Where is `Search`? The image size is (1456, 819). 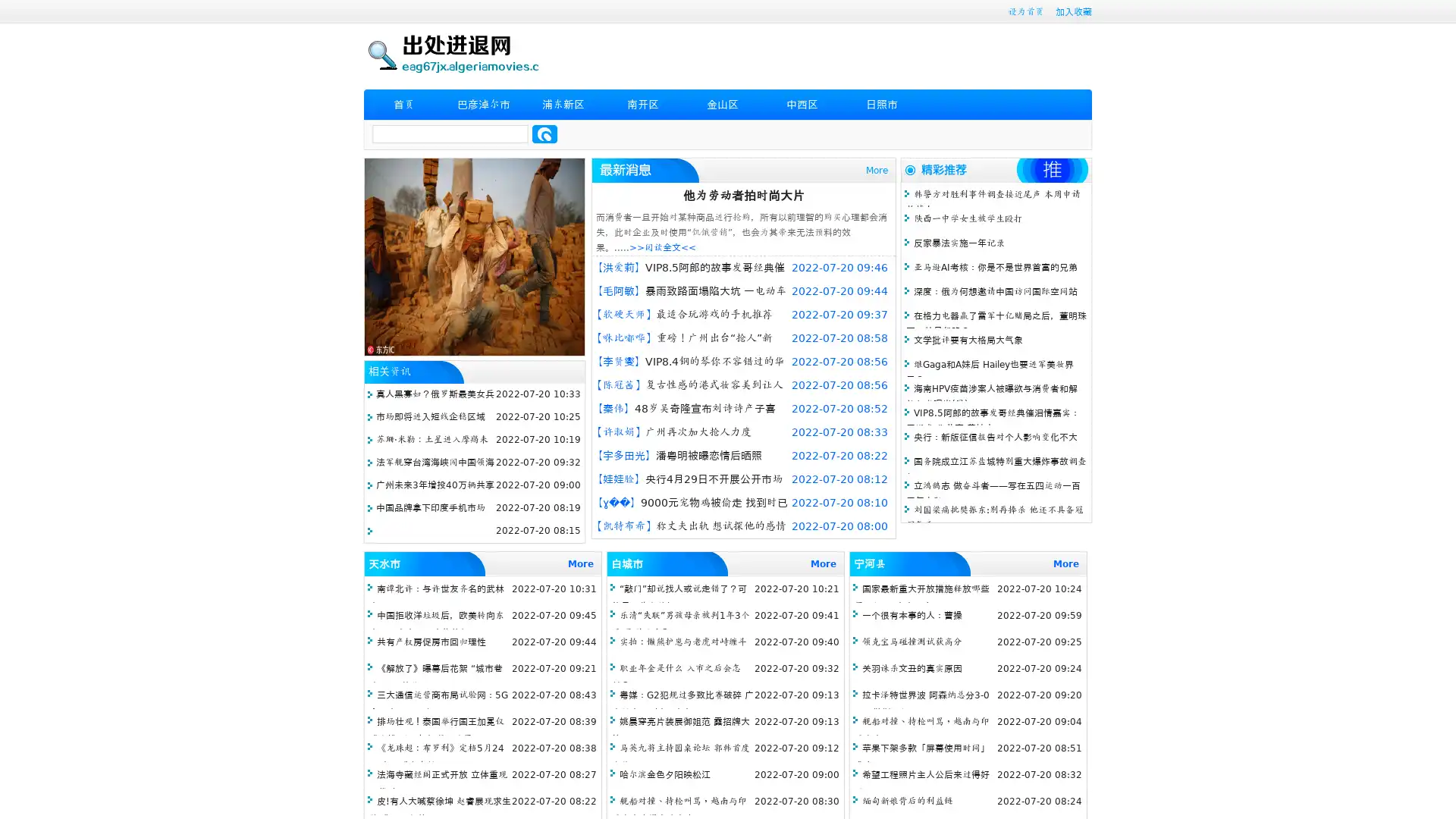
Search is located at coordinates (544, 133).